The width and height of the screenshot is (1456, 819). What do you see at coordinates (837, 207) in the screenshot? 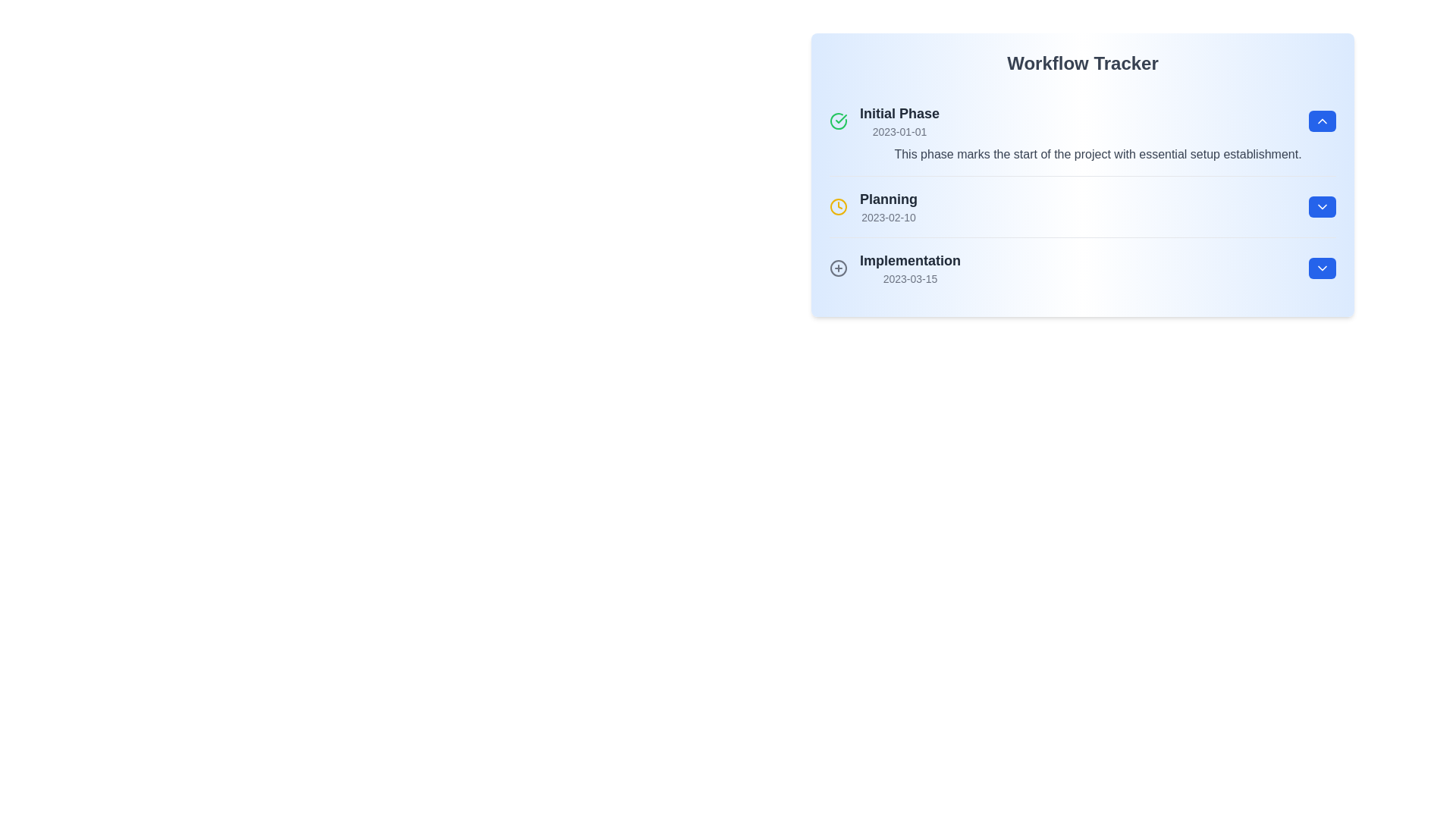
I see `the clock icon that indicates temporal or timing-related information for the 'Planning' workflow segment, located to the left of the text 'Planning'` at bounding box center [837, 207].